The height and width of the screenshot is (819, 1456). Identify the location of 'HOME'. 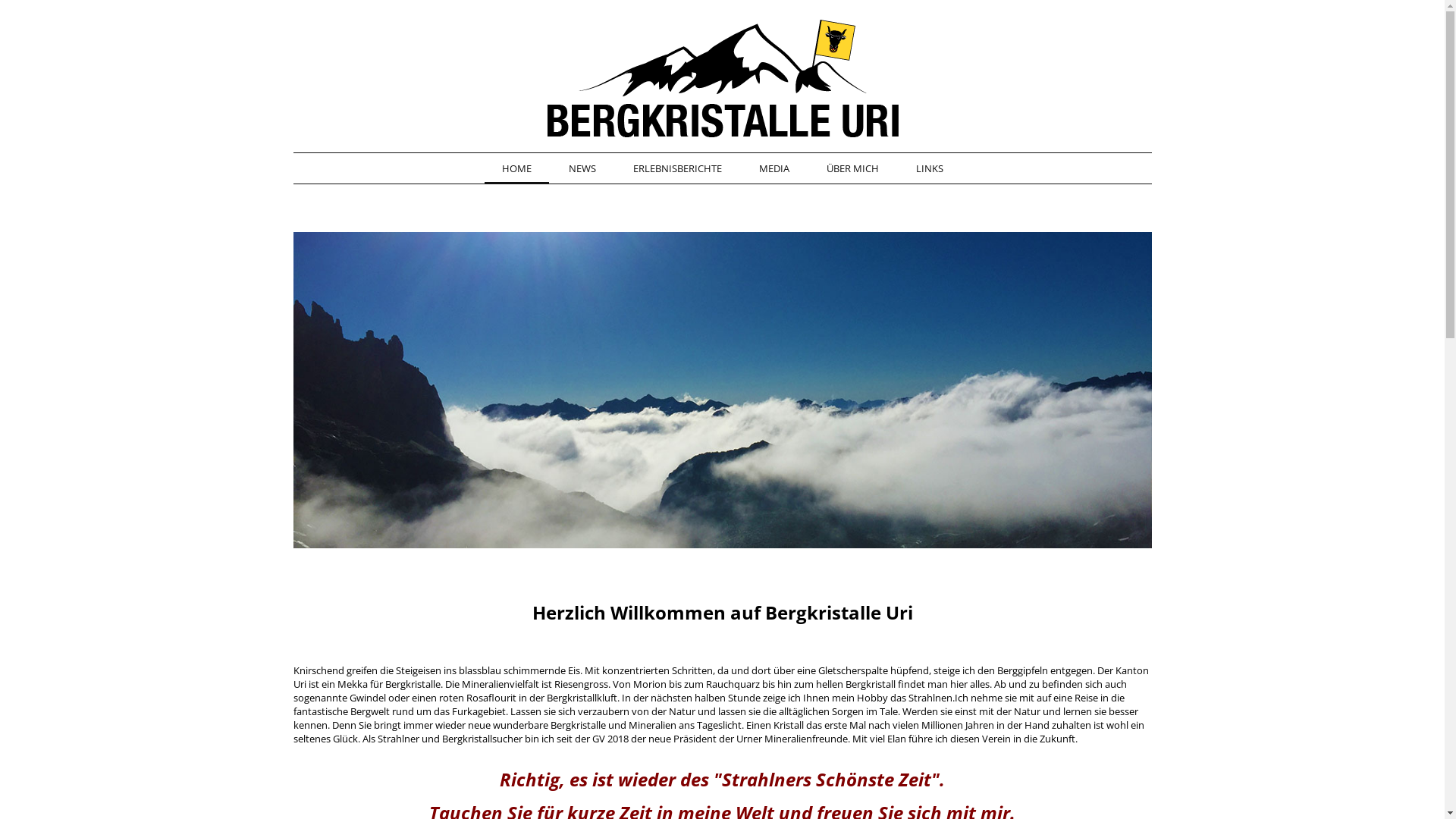
(516, 169).